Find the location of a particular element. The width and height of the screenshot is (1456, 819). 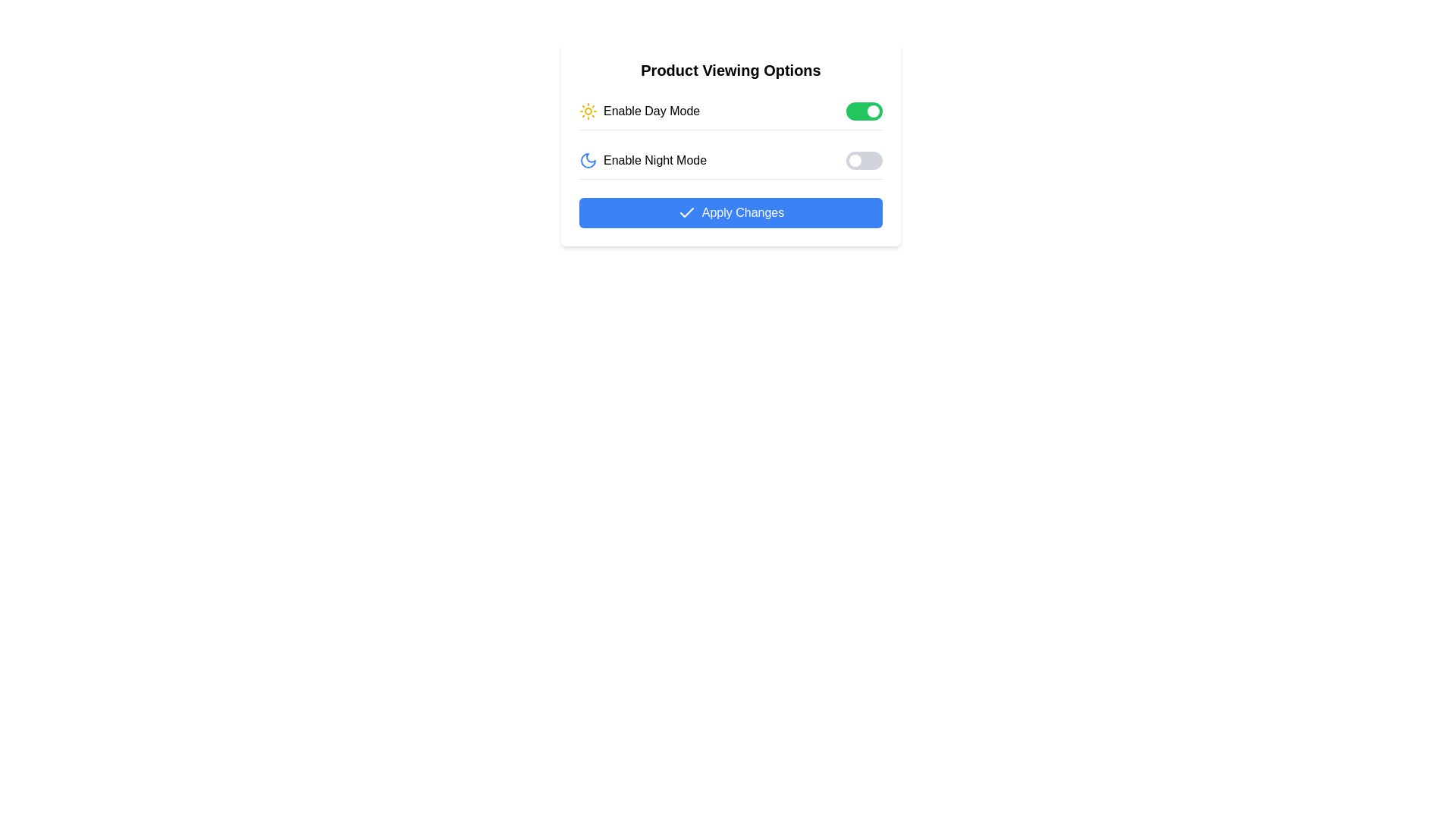

the checkmark icon which is centrally located within the 'Apply Changes' button, symbolizing successful completion is located at coordinates (686, 212).